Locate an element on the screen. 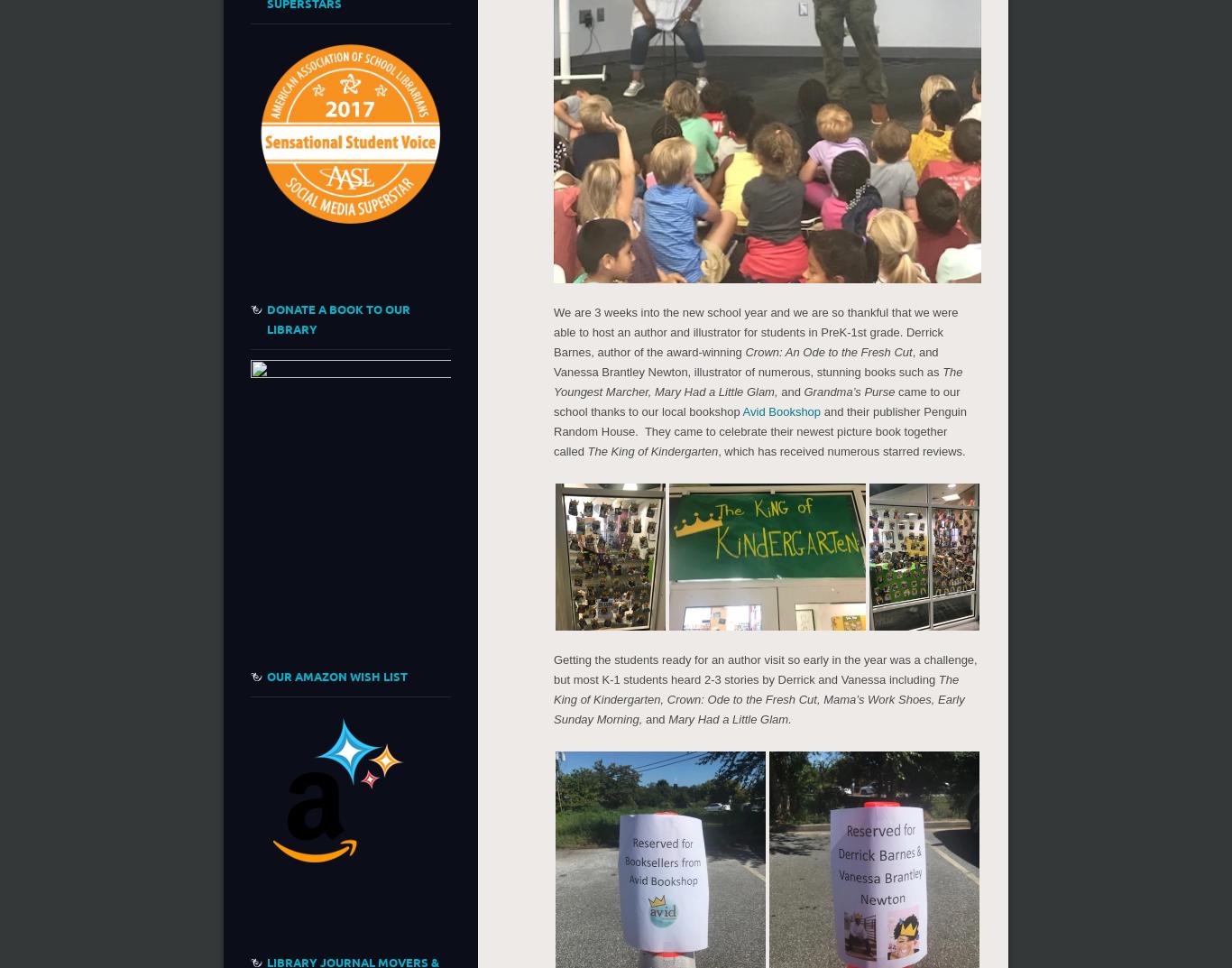  'Avid Bookshop' is located at coordinates (780, 410).